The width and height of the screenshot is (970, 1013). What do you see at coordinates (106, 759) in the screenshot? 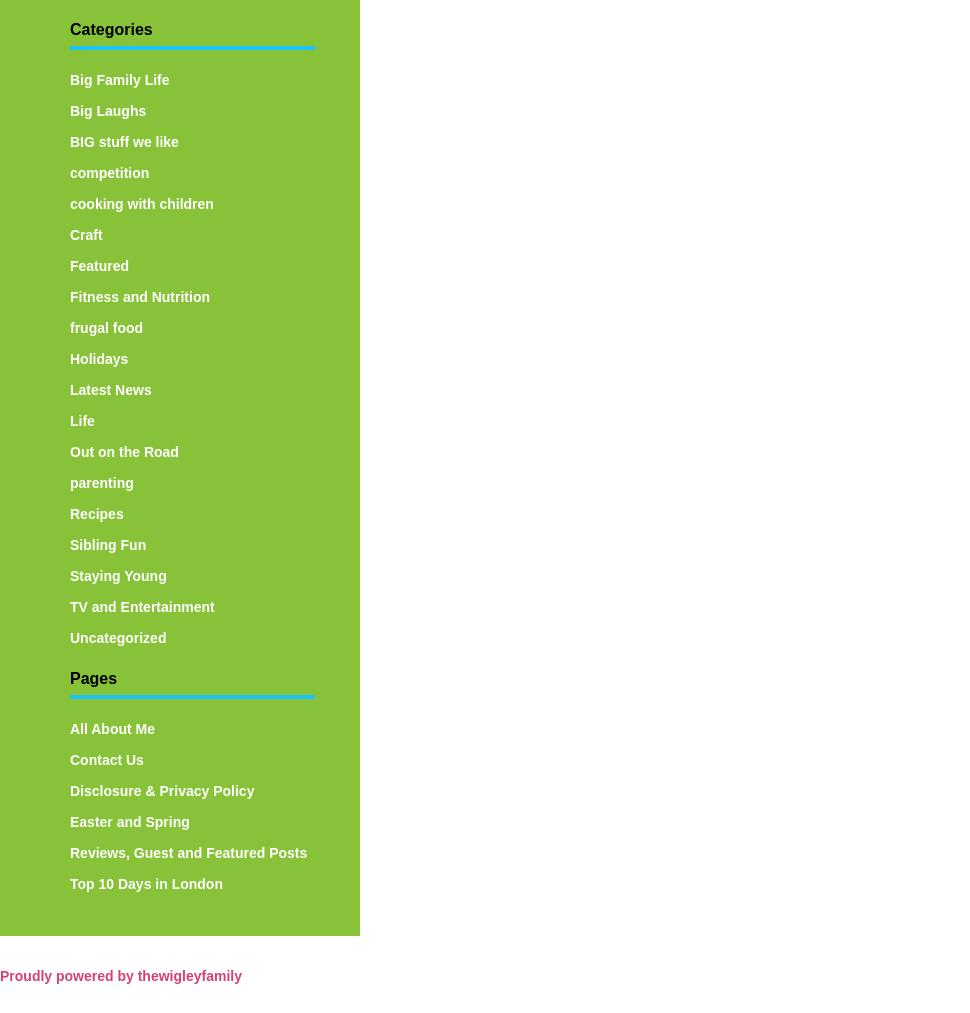
I see `'Contact Us'` at bounding box center [106, 759].